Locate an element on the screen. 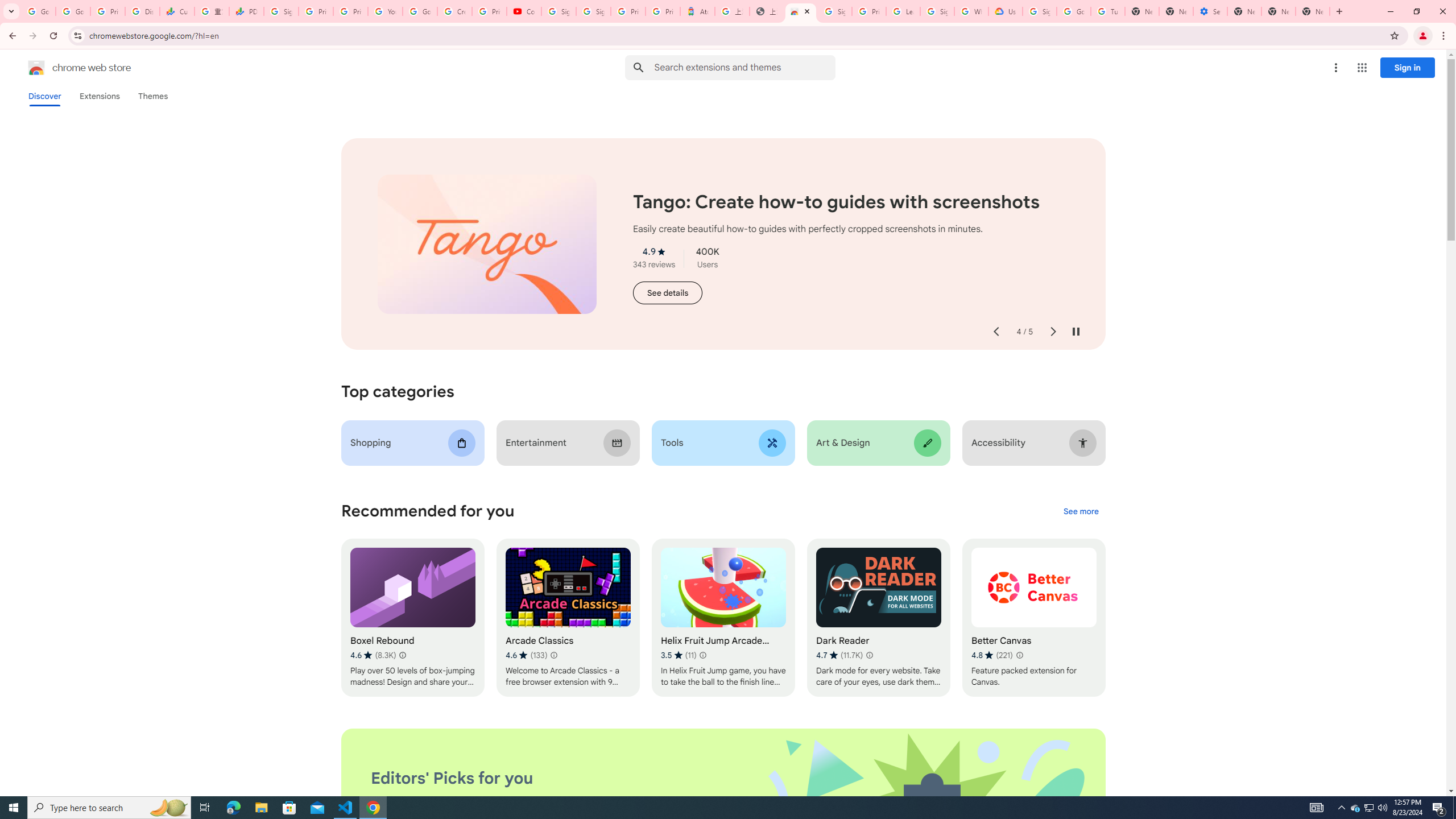  'Next slide' is located at coordinates (1052, 331).